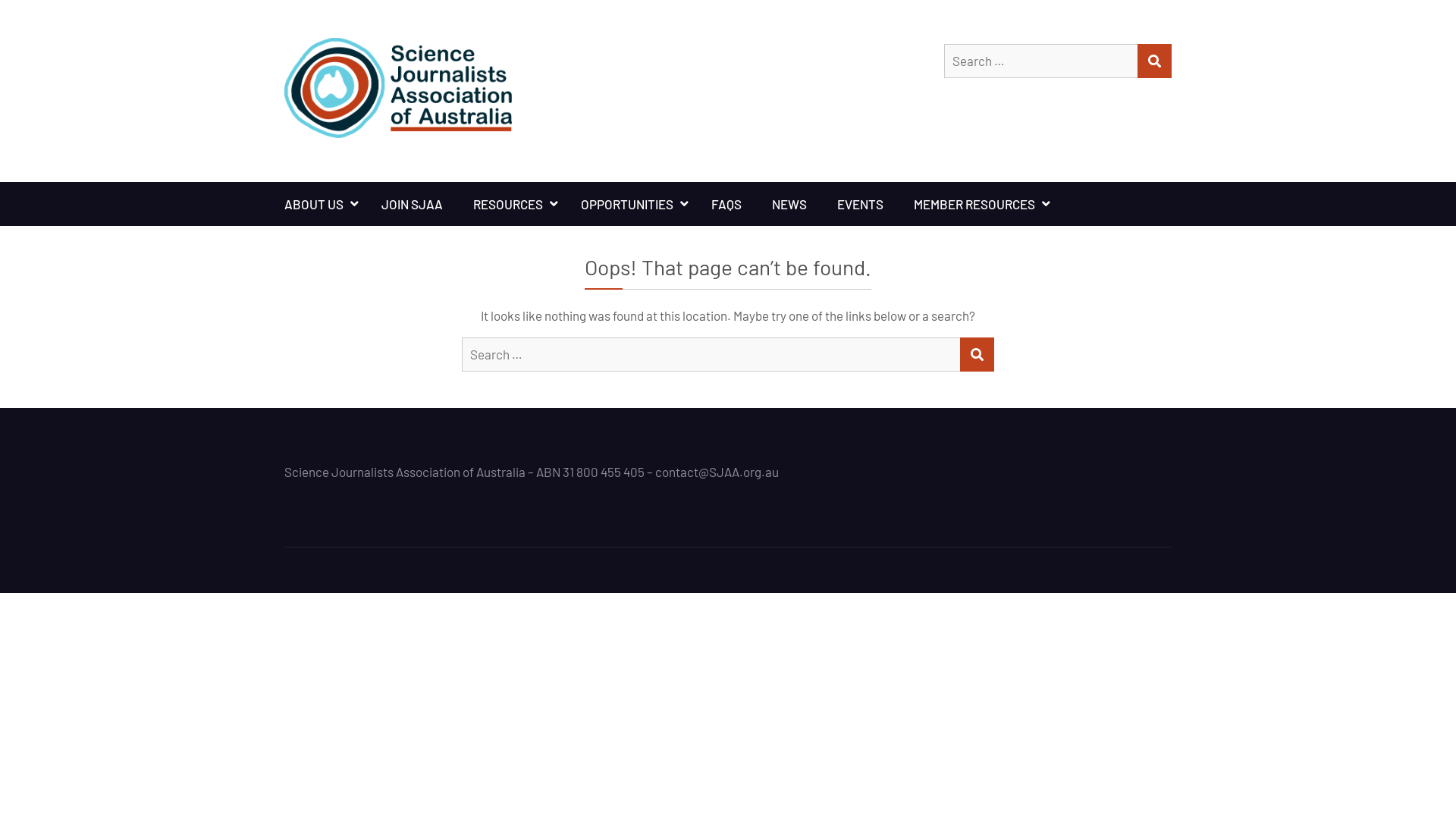  I want to click on 'OPPORTUNITIES', so click(630, 203).